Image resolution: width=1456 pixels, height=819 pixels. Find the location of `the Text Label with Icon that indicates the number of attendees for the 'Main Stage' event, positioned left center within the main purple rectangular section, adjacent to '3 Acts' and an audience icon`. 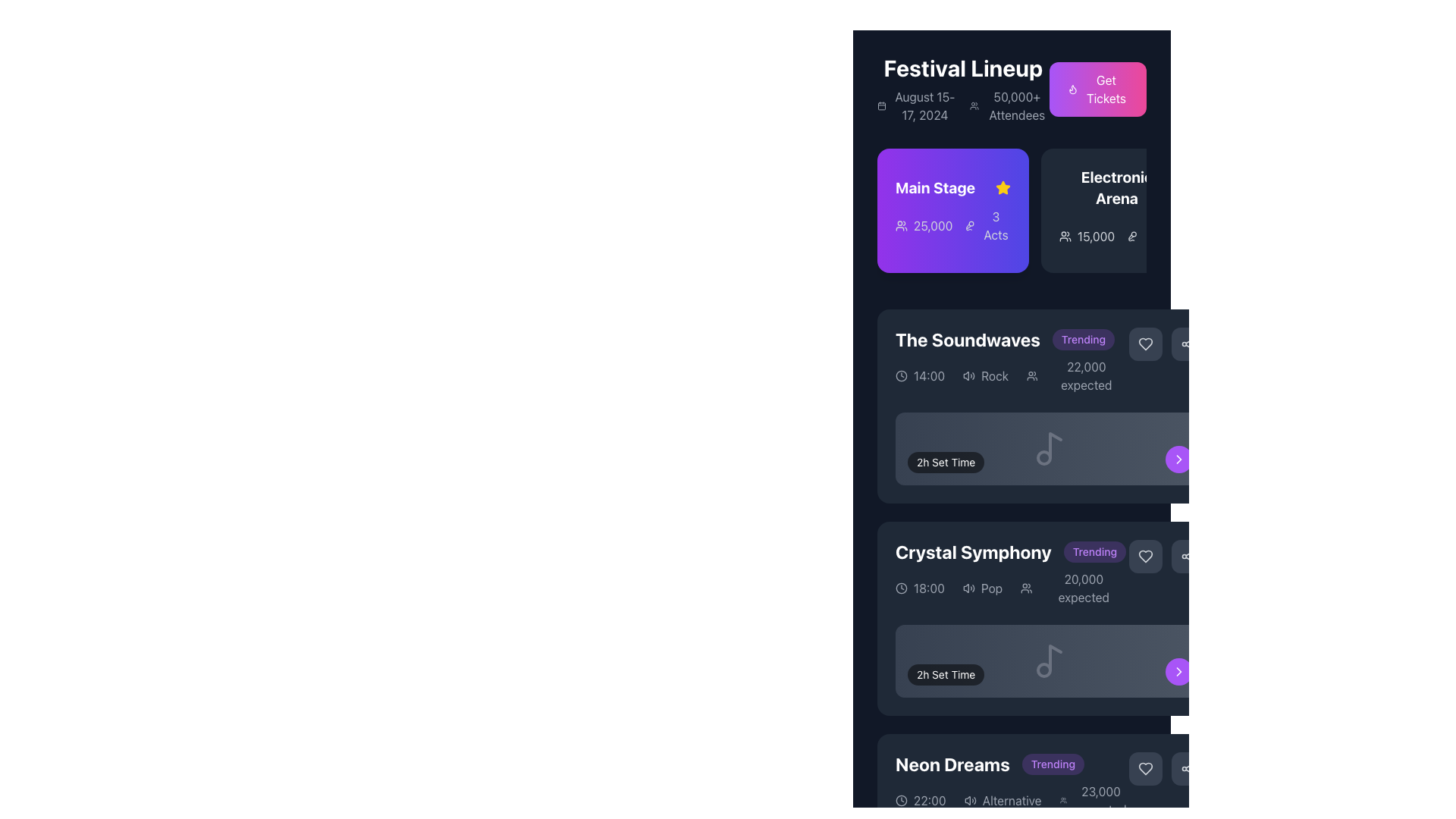

the Text Label with Icon that indicates the number of attendees for the 'Main Stage' event, positioned left center within the main purple rectangular section, adjacent to '3 Acts' and an audience icon is located at coordinates (923, 225).